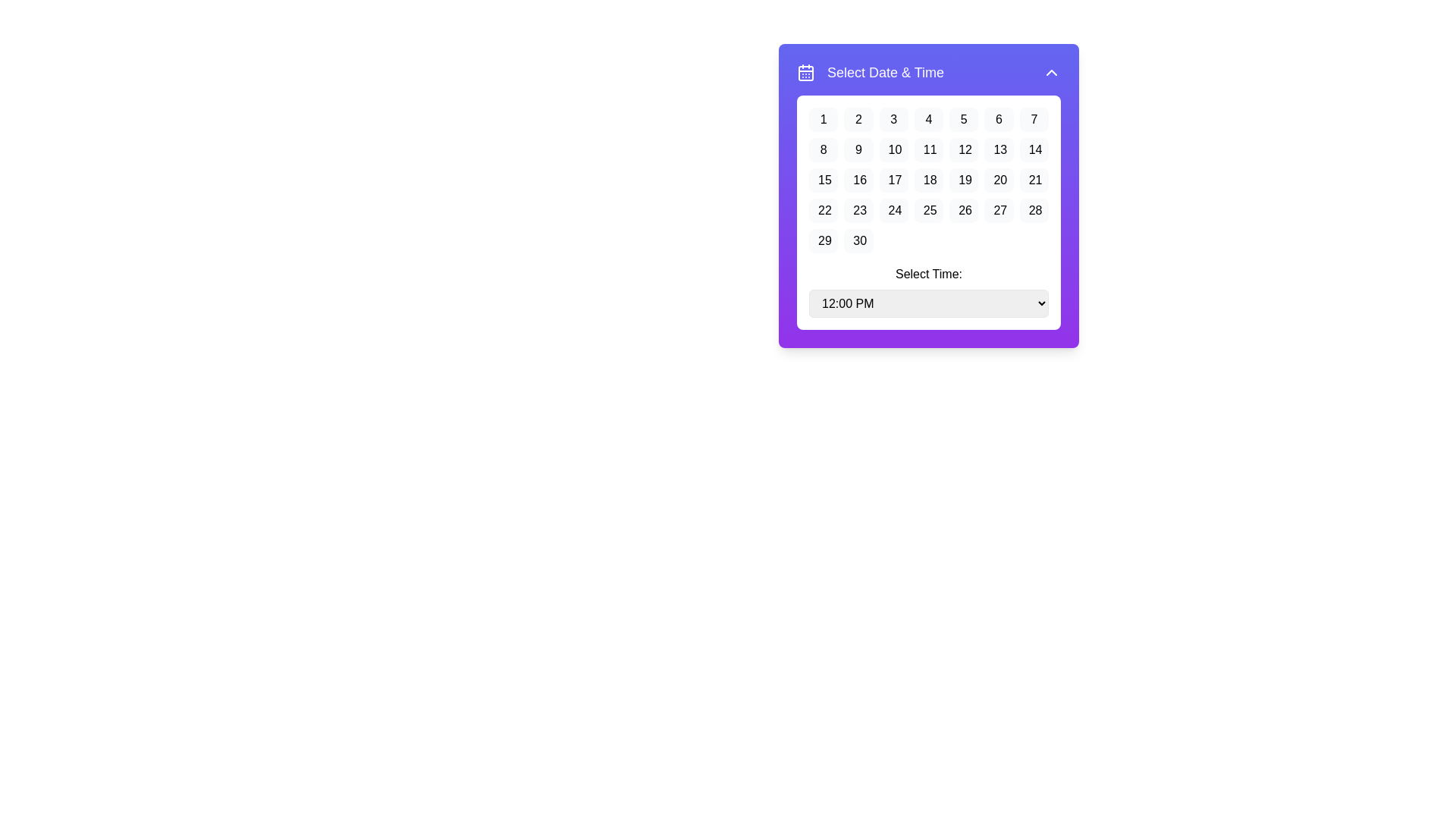  I want to click on the button that selects the date '12' in the calendar interface, so click(963, 149).